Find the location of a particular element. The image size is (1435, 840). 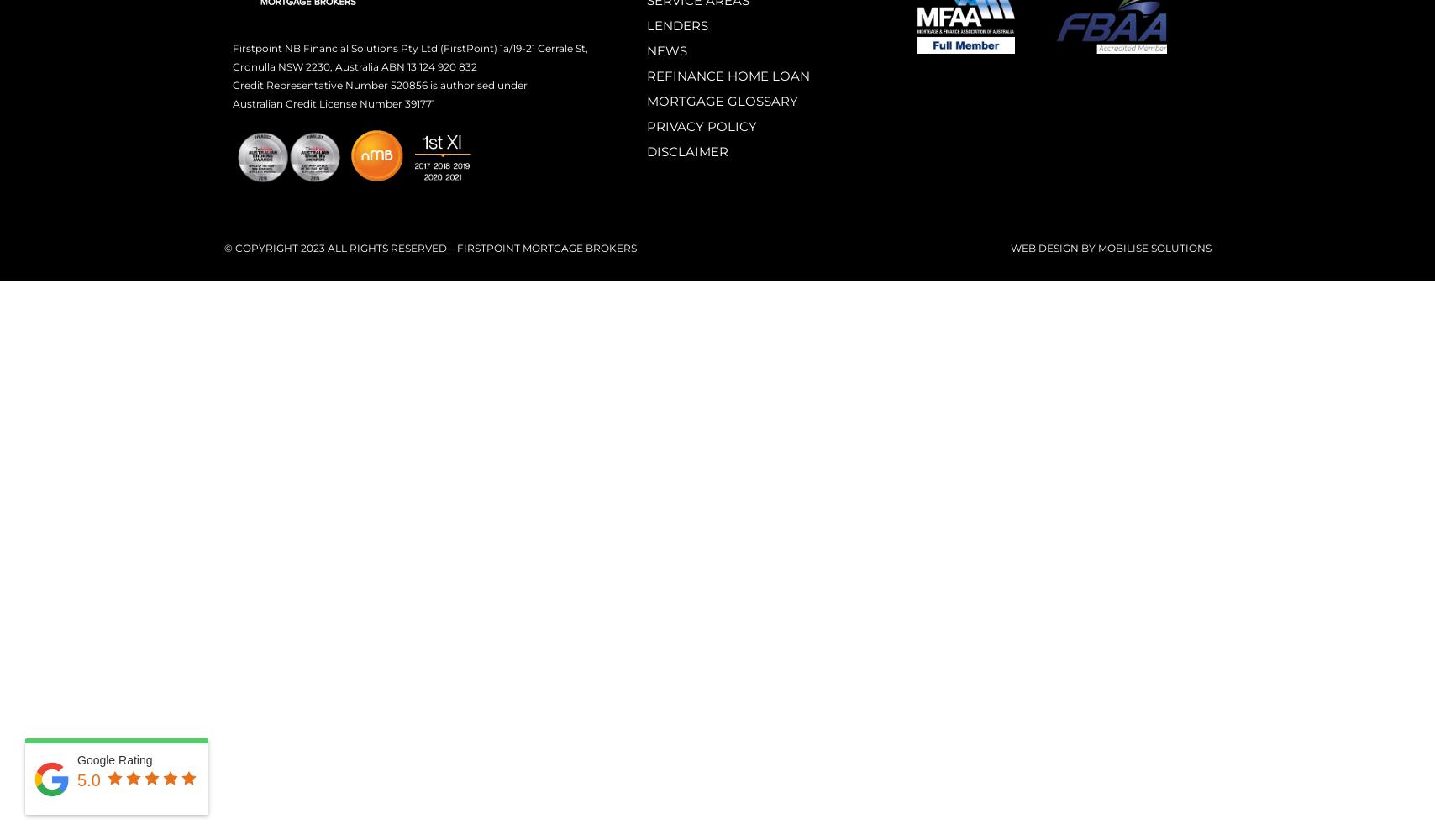

'Mobilise Solutions' is located at coordinates (1154, 247).